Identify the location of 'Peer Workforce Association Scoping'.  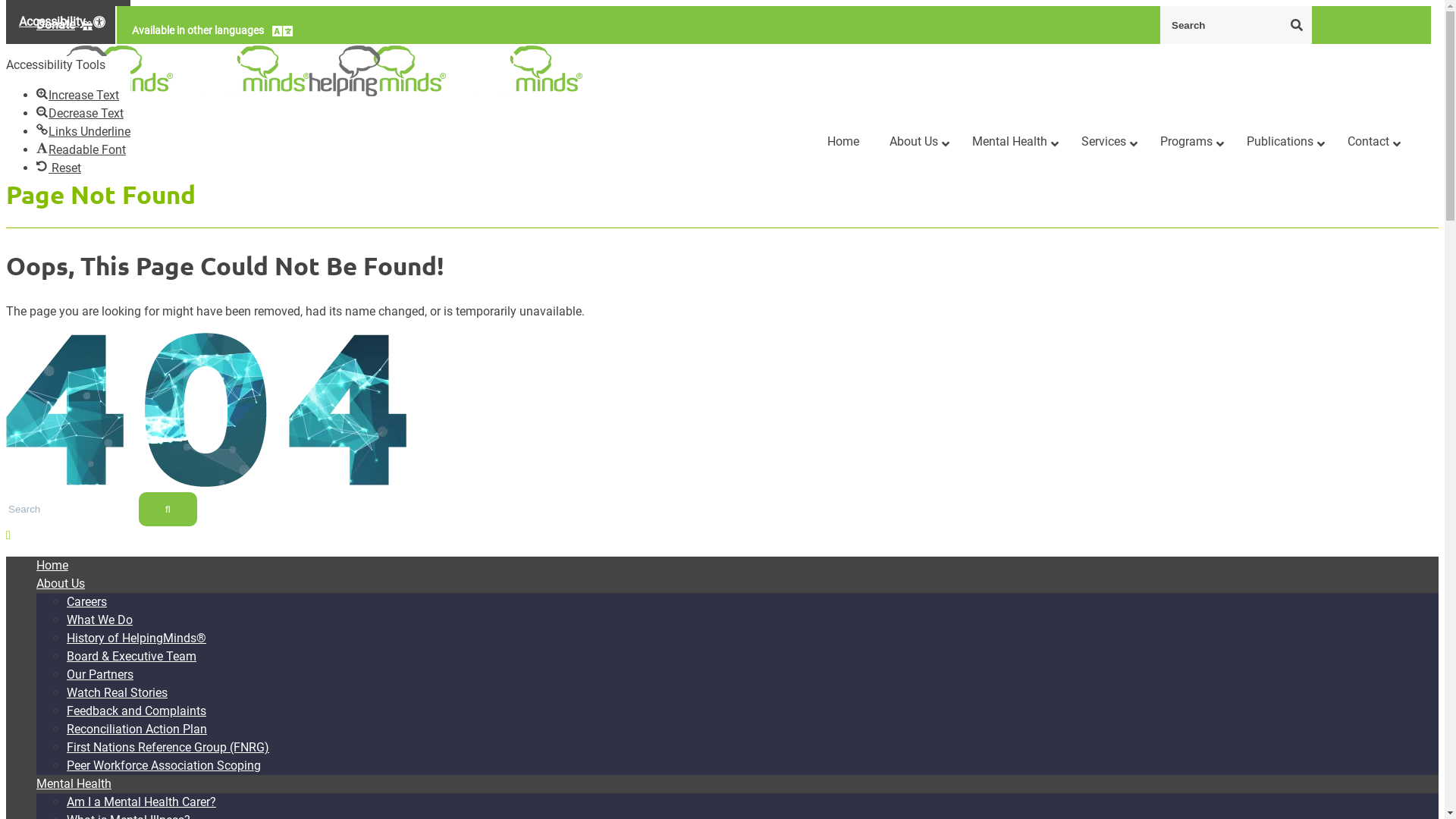
(164, 765).